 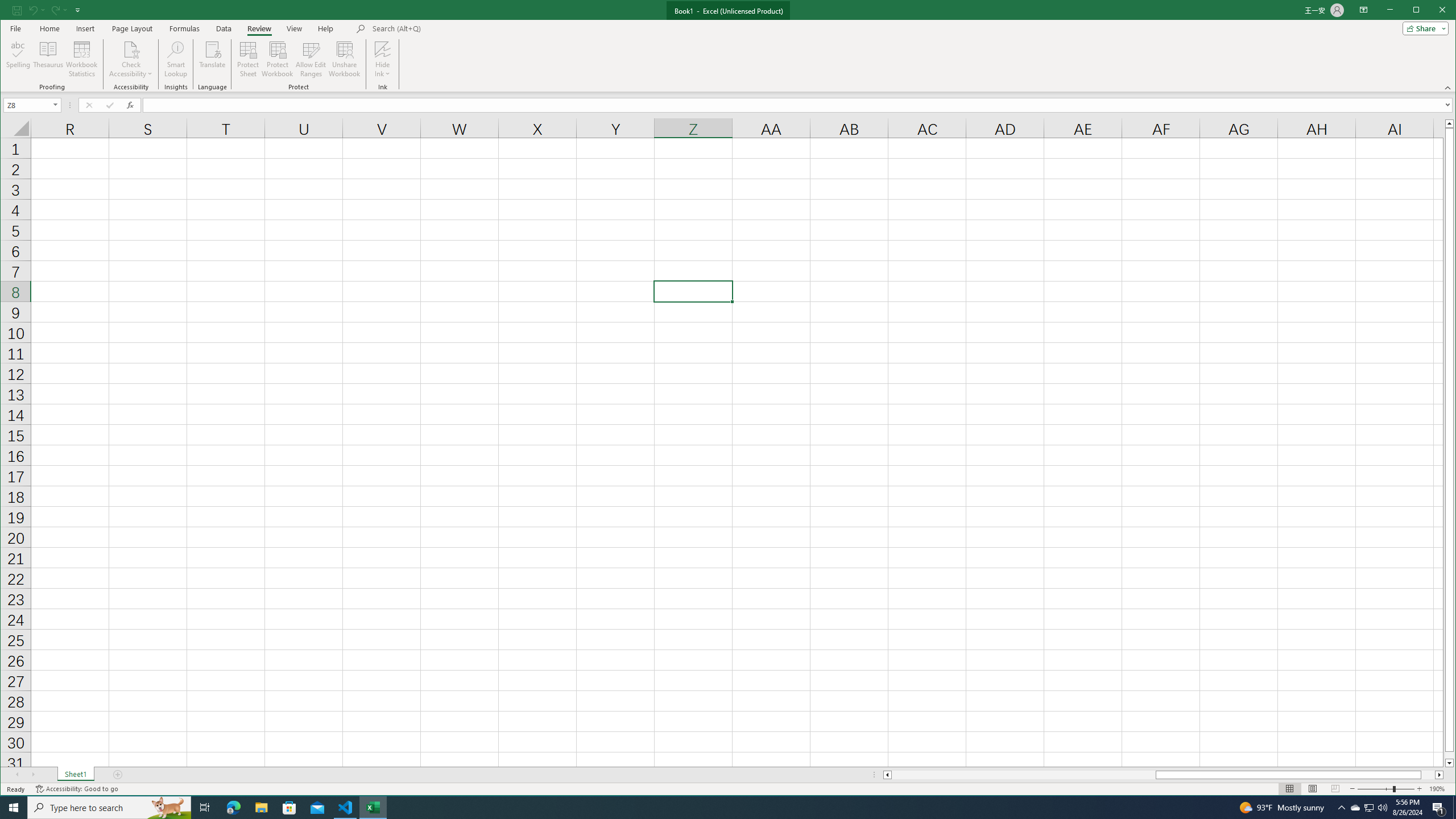 What do you see at coordinates (1368, 806) in the screenshot?
I see `'User Promoted Notification Area'` at bounding box center [1368, 806].